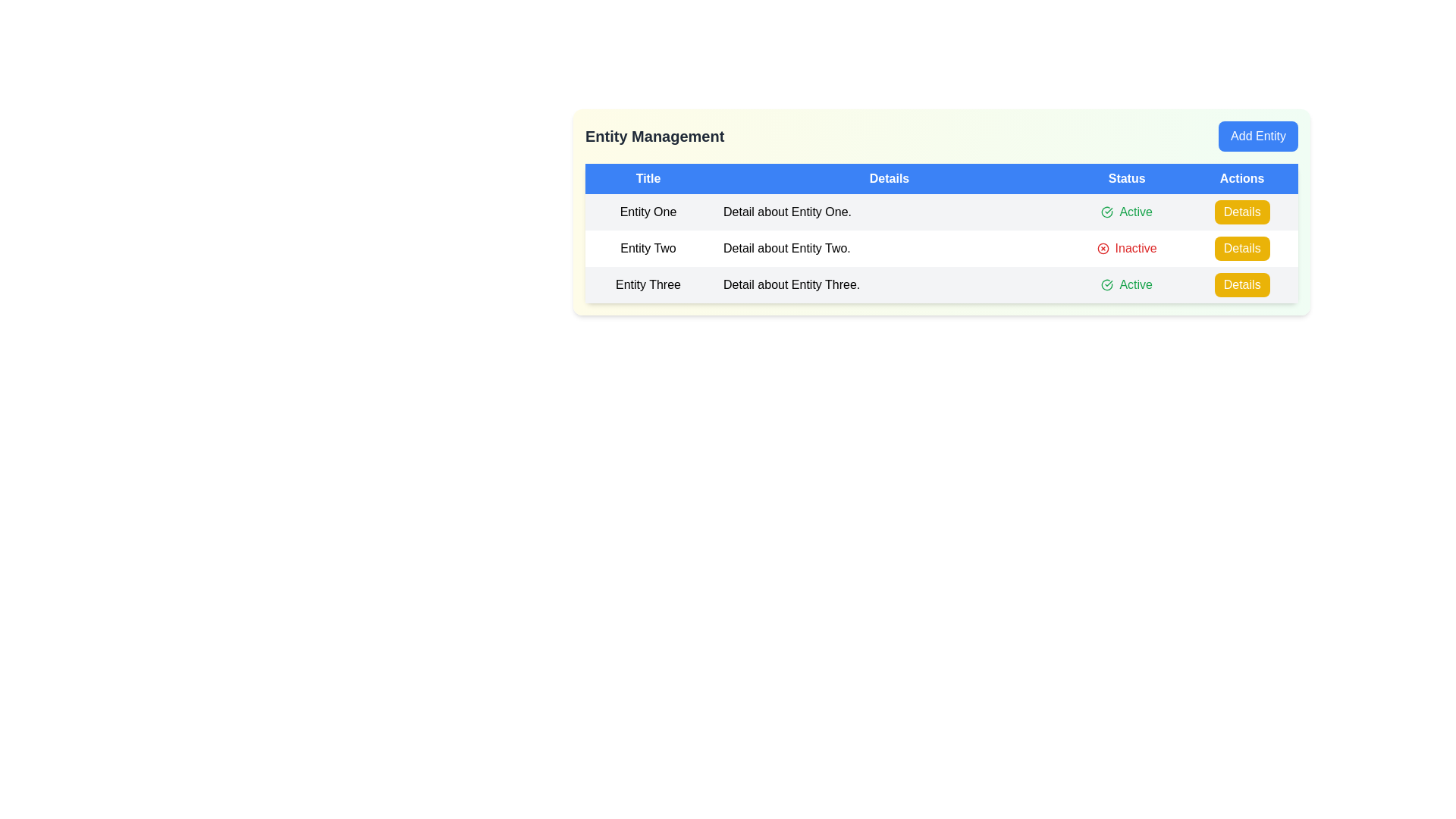 The image size is (1456, 819). Describe the element at coordinates (1127, 284) in the screenshot. I see `the Status indicator in the third row under the 'Status' column` at that location.